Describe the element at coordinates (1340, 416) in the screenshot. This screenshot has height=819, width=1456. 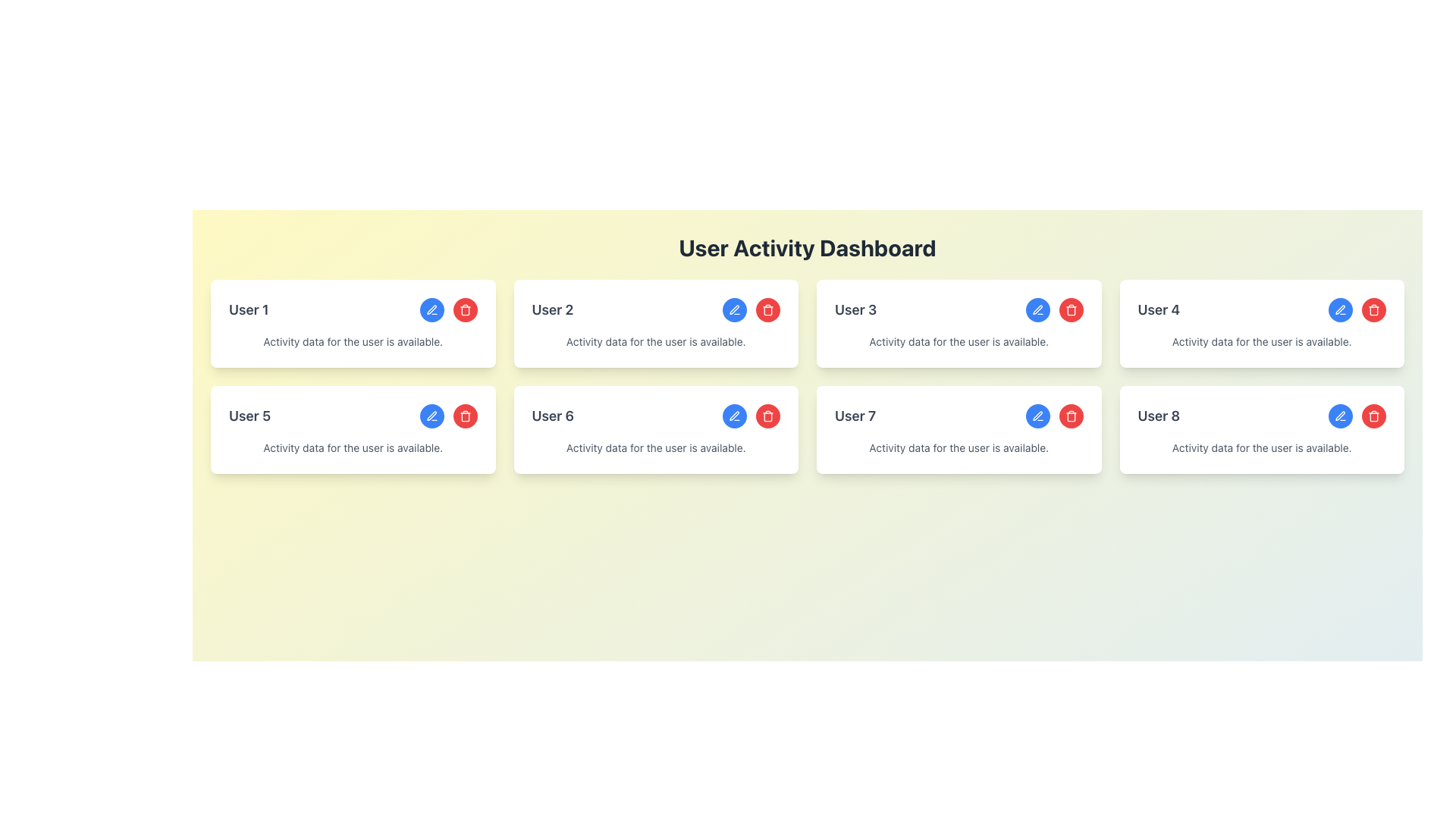
I see `the pen icon within the blue circular background` at that location.